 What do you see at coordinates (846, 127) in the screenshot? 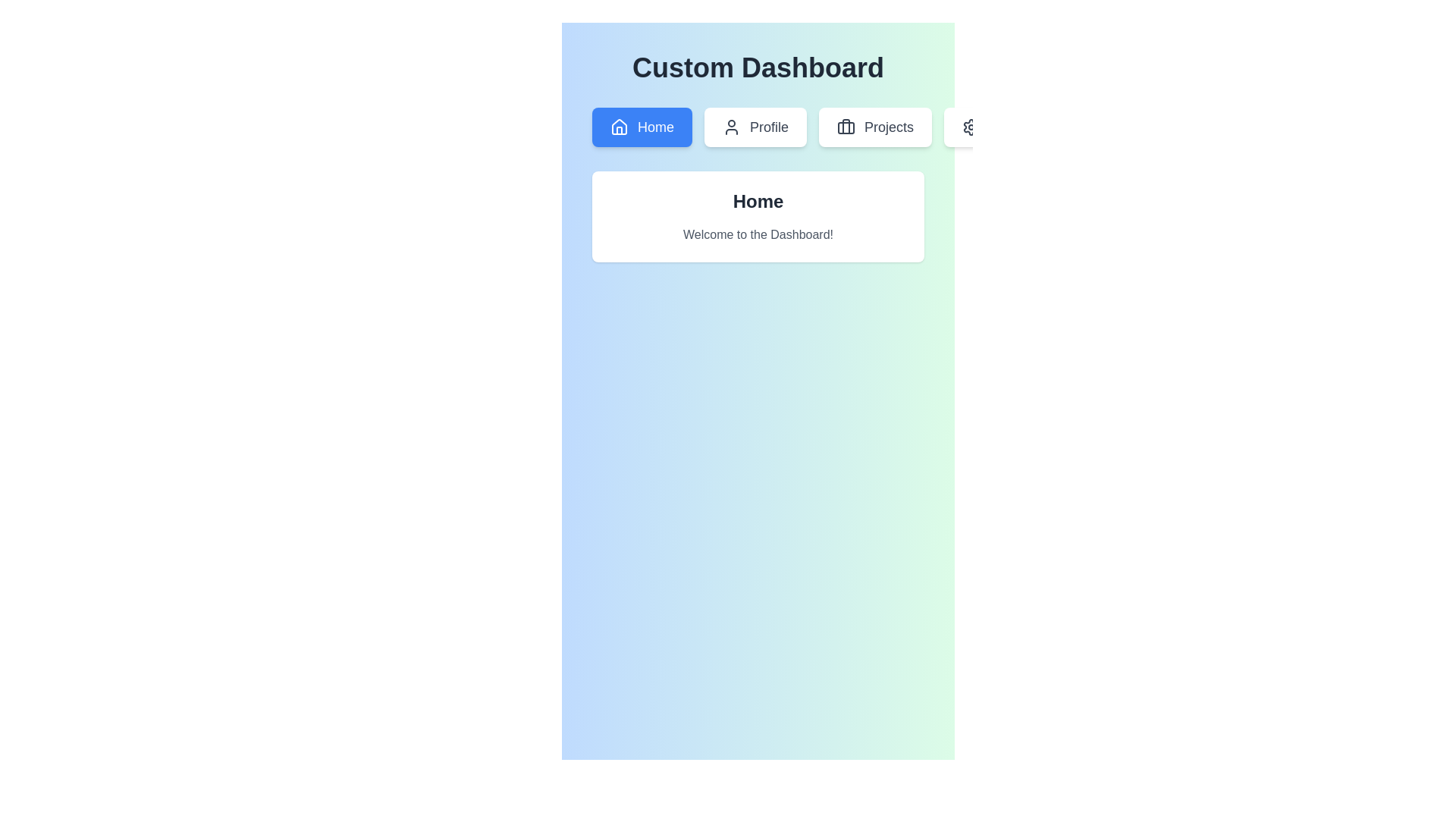
I see `the rectangular inner part of the briefcase icon located in the navigation menu, which is part of the Projects button` at bounding box center [846, 127].